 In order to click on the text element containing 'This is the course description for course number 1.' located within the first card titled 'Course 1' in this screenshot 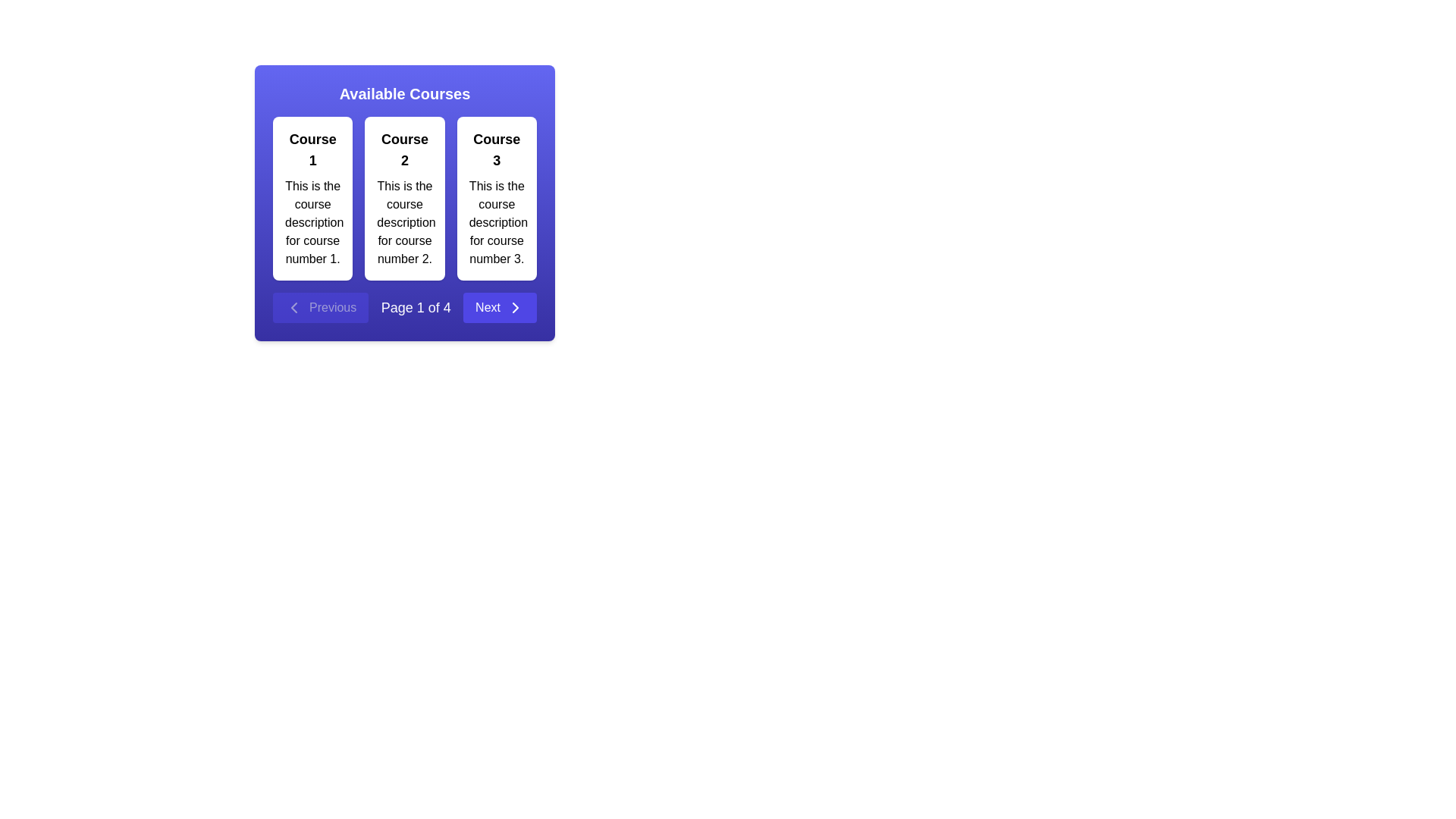, I will do `click(312, 222)`.